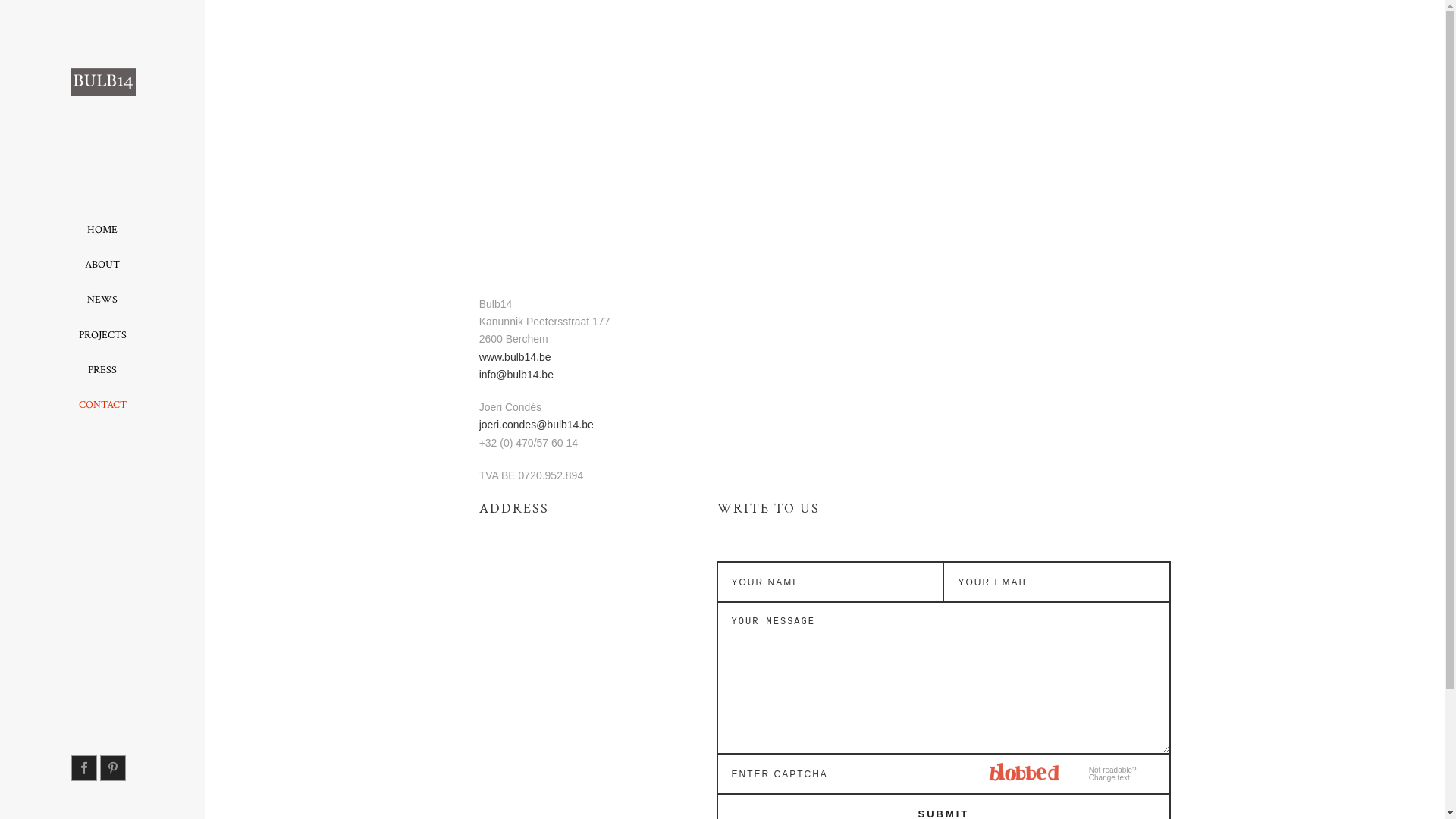  What do you see at coordinates (536, 424) in the screenshot?
I see `'joeri.condes@bulb14.be'` at bounding box center [536, 424].